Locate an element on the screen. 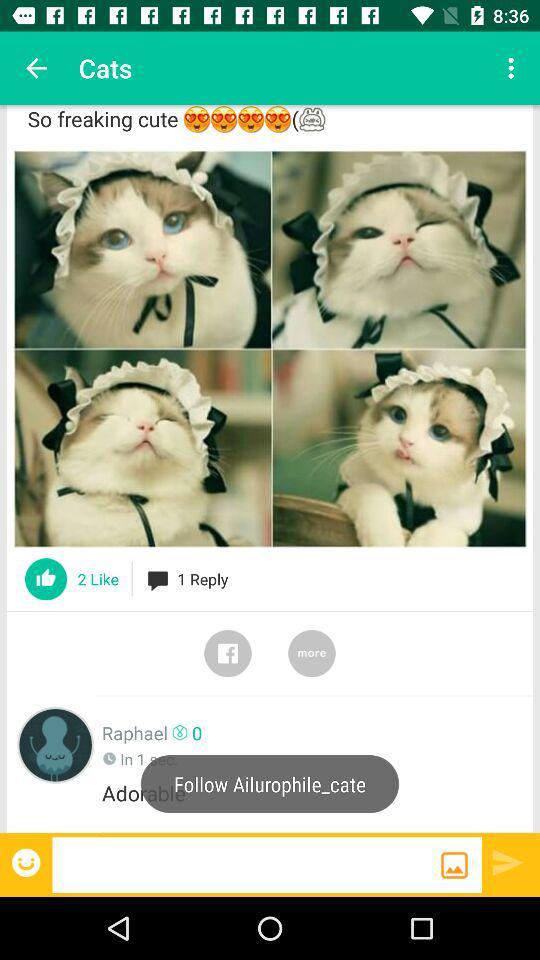 This screenshot has width=540, height=960. blank bar is located at coordinates (246, 863).